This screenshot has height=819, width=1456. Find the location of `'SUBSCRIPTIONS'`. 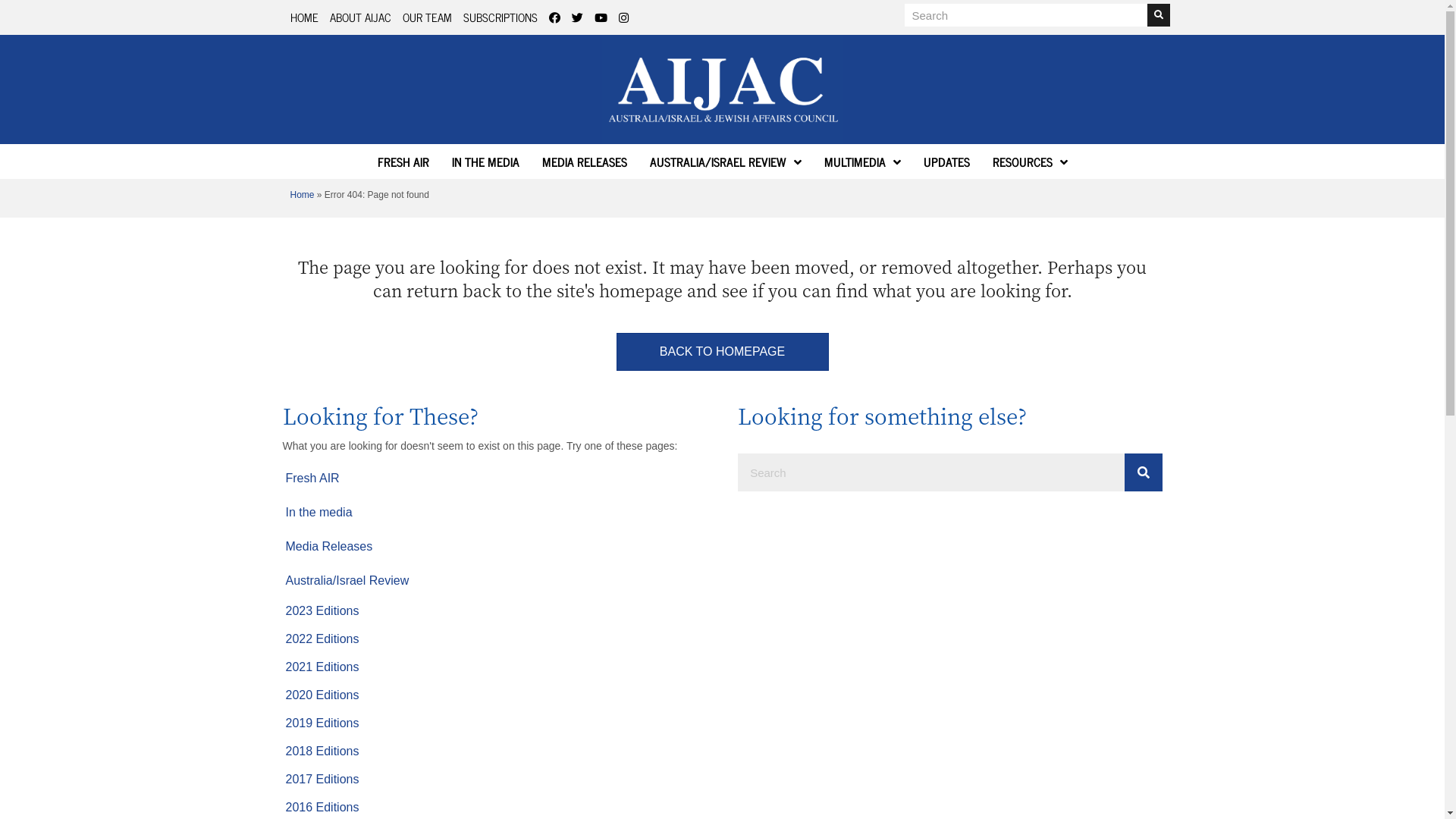

'SUBSCRIPTIONS' is located at coordinates (499, 17).